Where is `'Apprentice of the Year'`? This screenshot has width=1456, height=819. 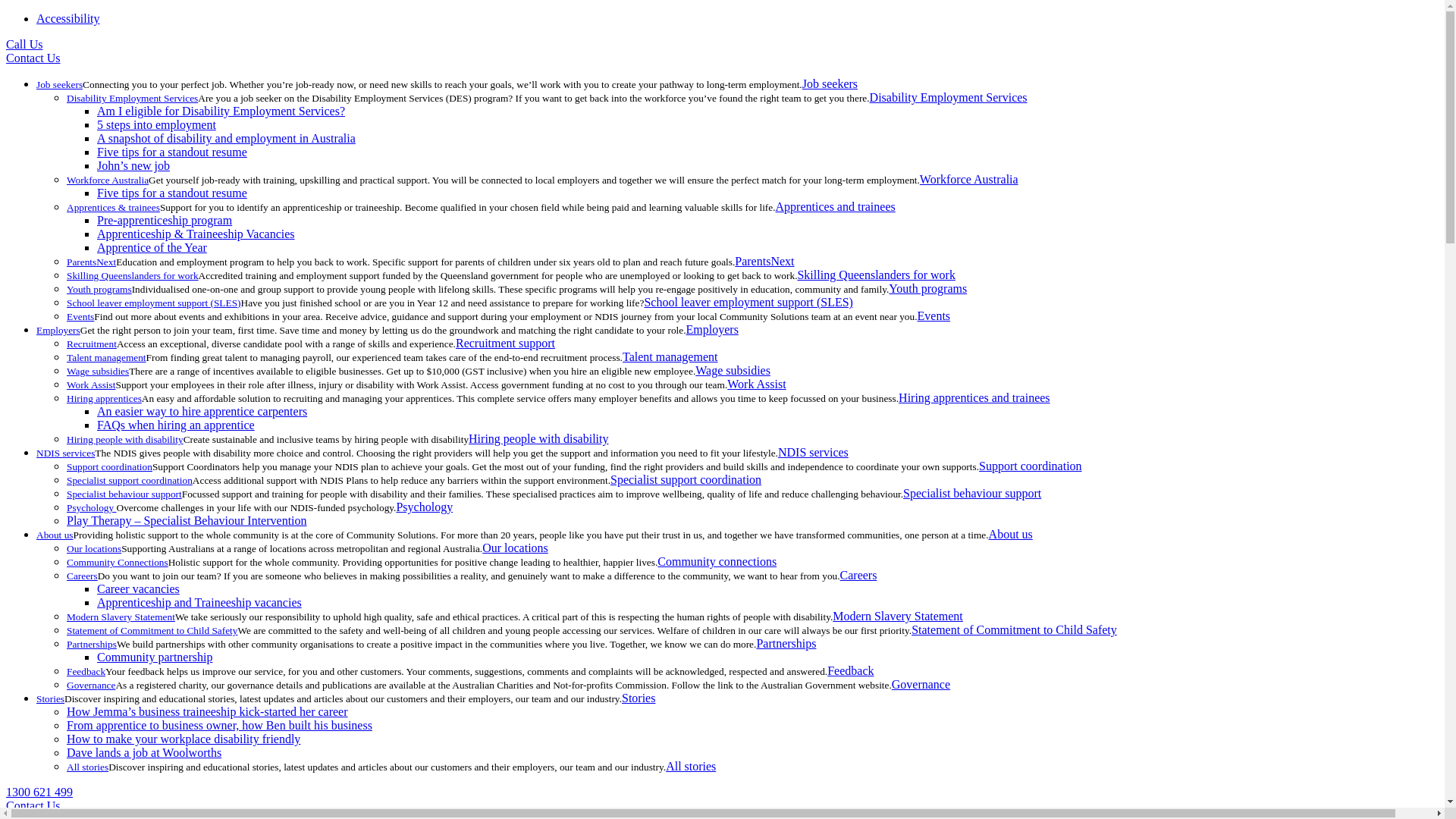 'Apprentice of the Year' is located at coordinates (152, 246).